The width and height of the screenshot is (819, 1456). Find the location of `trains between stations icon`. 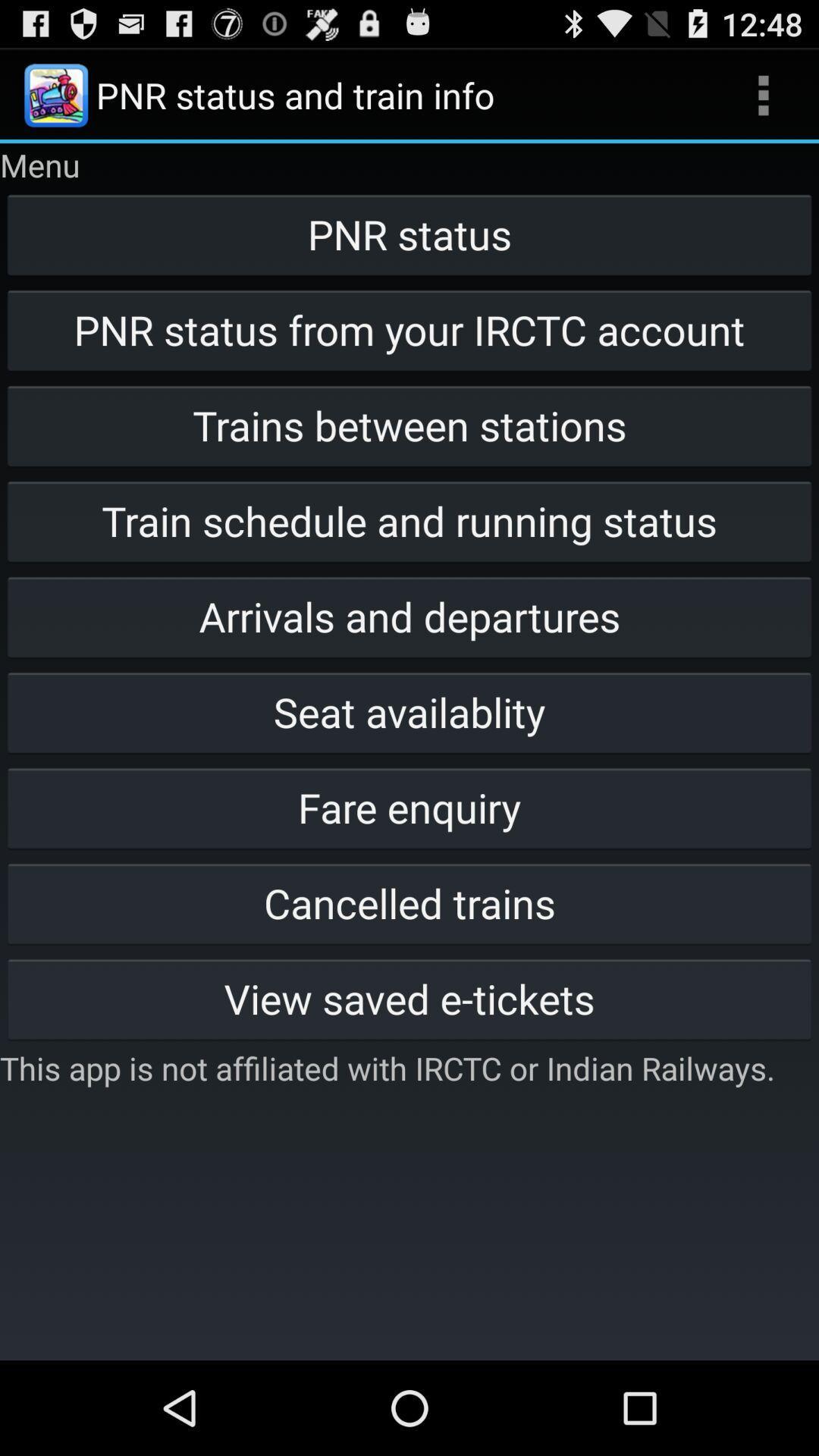

trains between stations icon is located at coordinates (409, 425).